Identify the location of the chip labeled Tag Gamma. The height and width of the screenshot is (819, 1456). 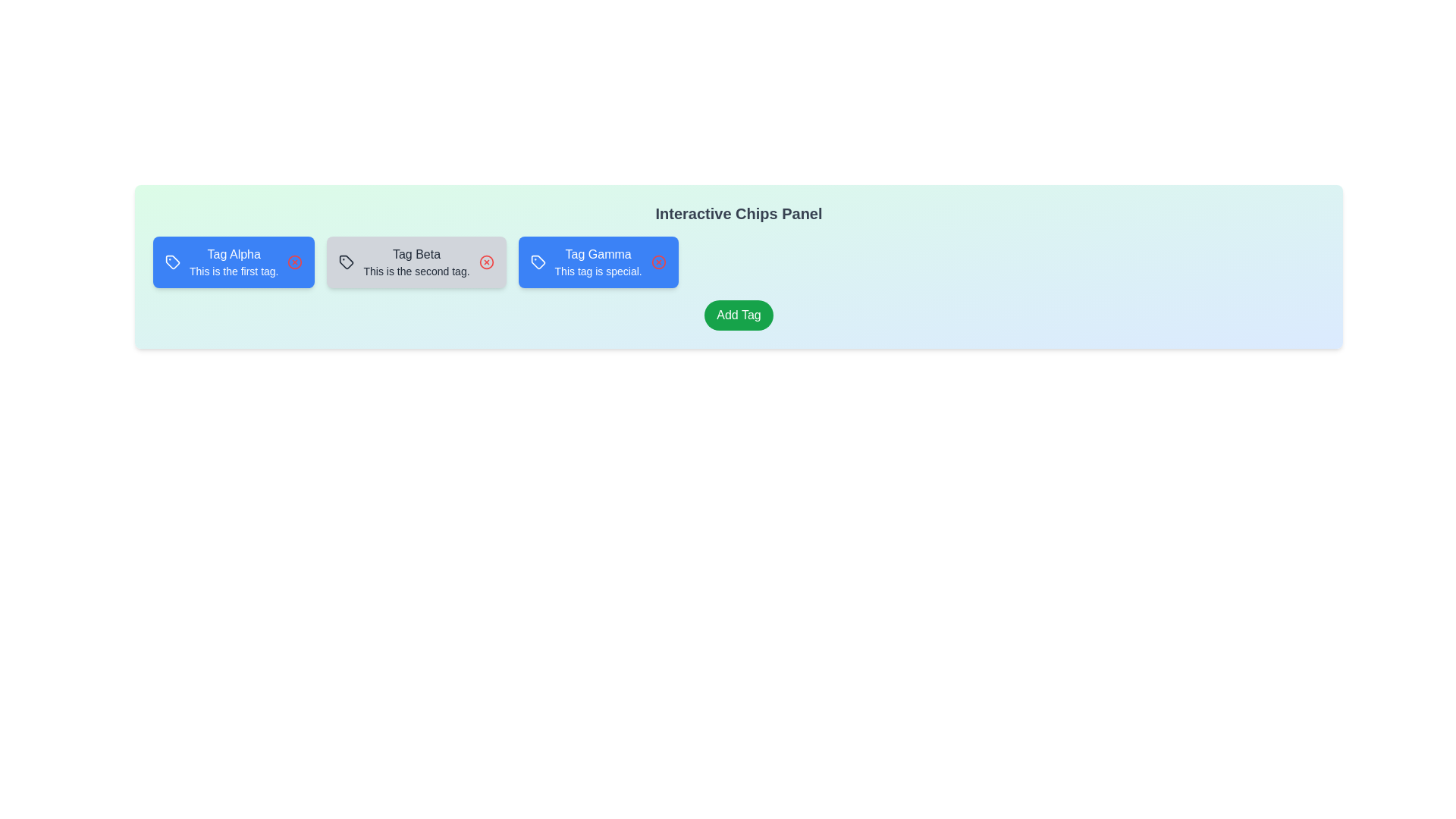
(598, 262).